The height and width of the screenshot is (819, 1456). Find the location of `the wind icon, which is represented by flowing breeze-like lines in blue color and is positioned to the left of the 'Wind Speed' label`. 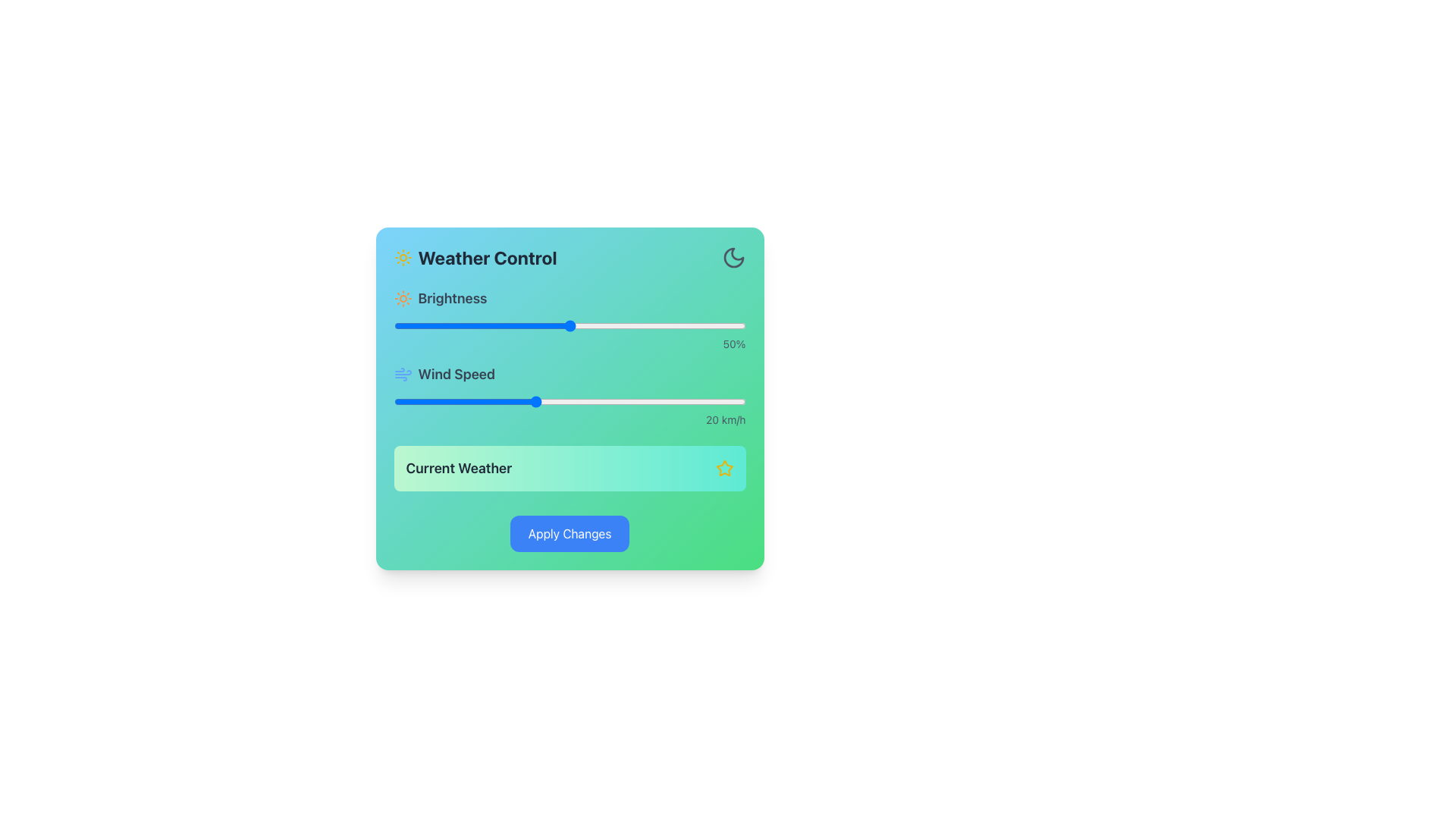

the wind icon, which is represented by flowing breeze-like lines in blue color and is positioned to the left of the 'Wind Speed' label is located at coordinates (403, 374).